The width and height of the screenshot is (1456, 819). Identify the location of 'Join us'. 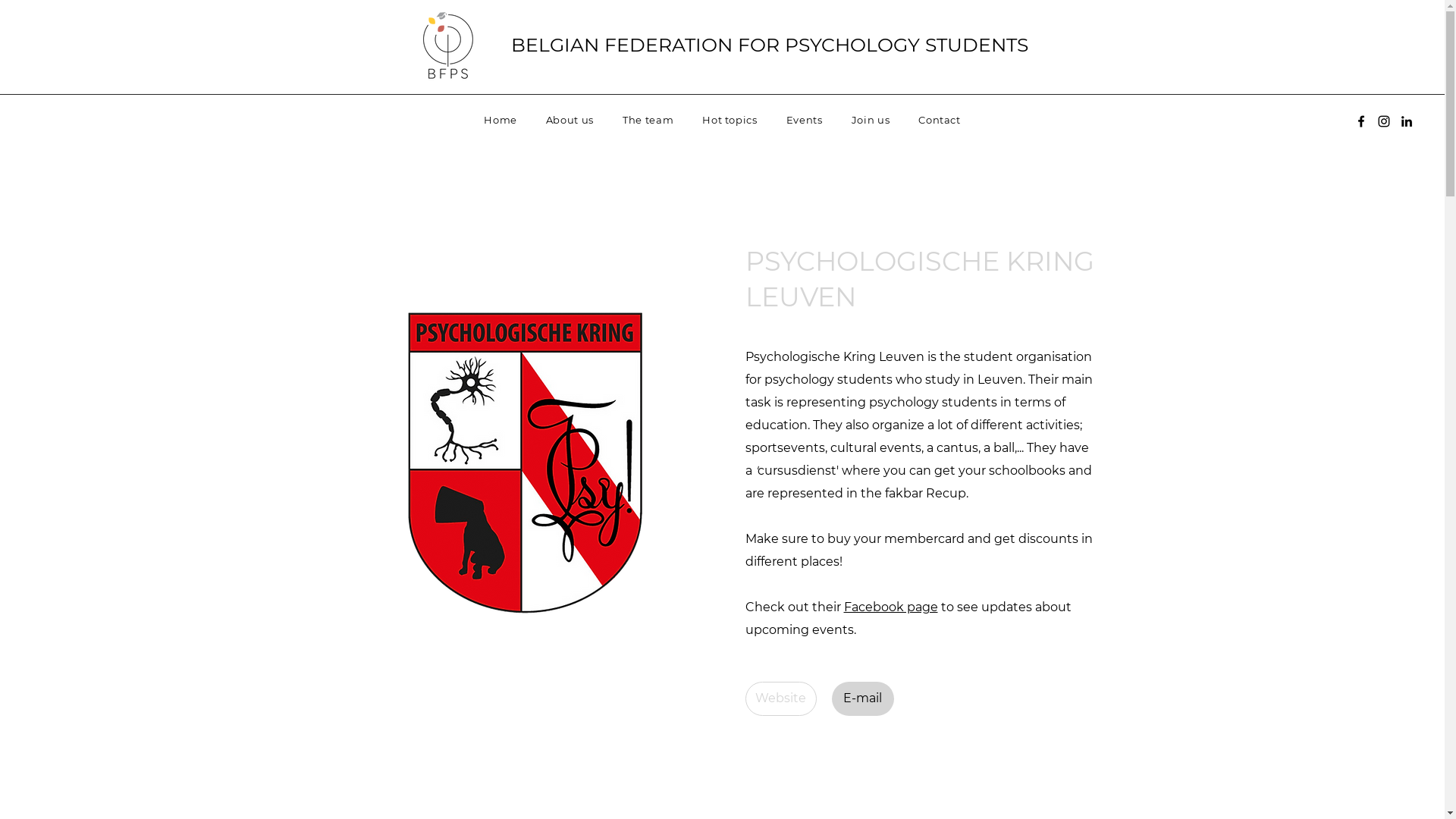
(871, 119).